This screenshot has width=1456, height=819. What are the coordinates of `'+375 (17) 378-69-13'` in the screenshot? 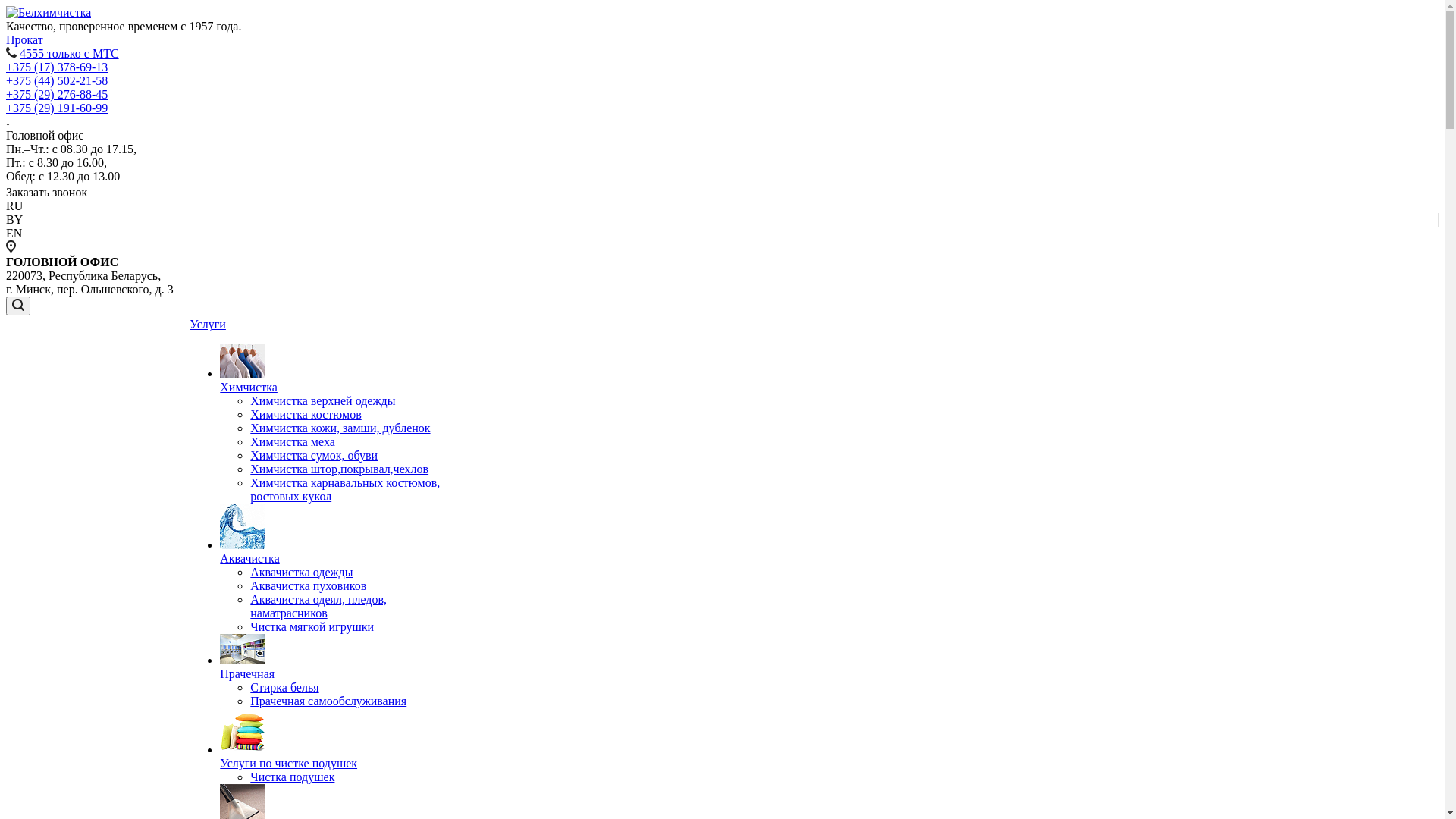 It's located at (57, 66).